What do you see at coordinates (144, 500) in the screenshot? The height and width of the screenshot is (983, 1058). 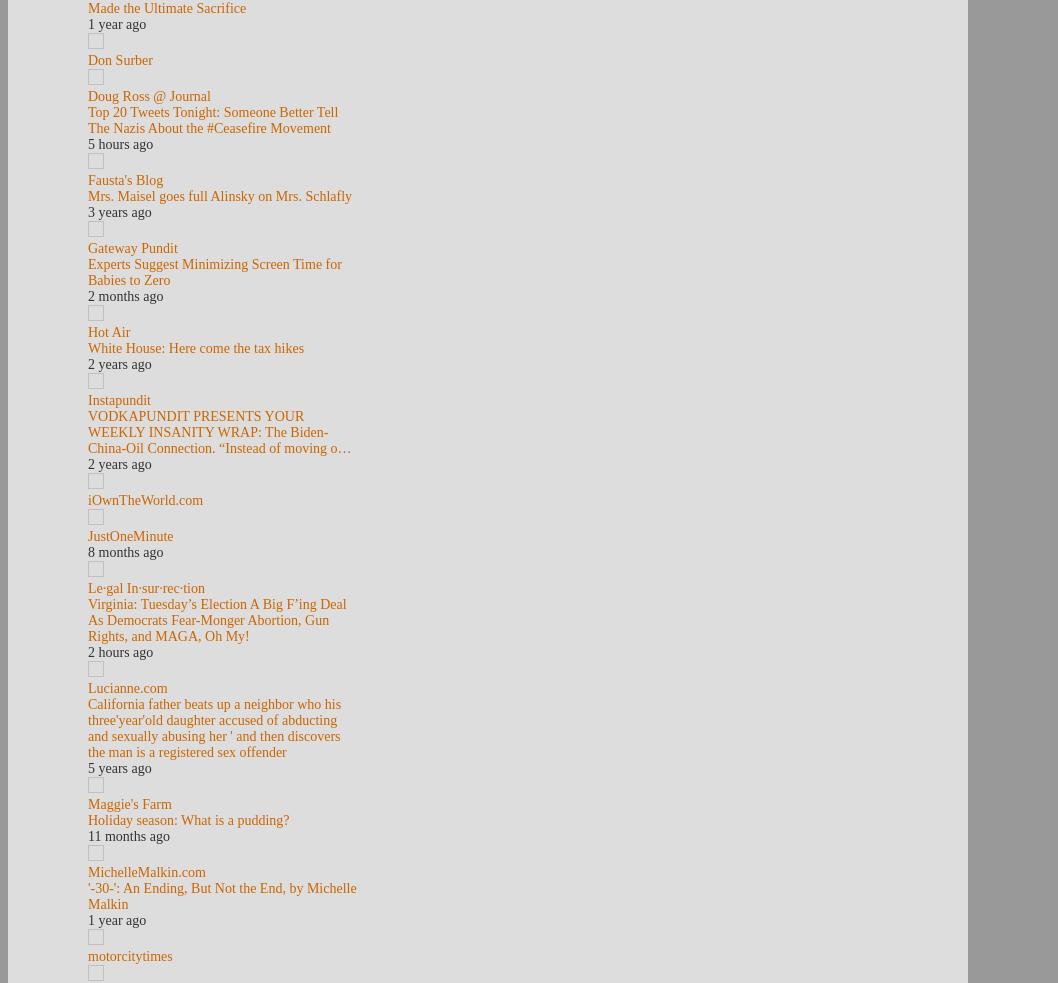 I see `'iOwnTheWorld.com'` at bounding box center [144, 500].